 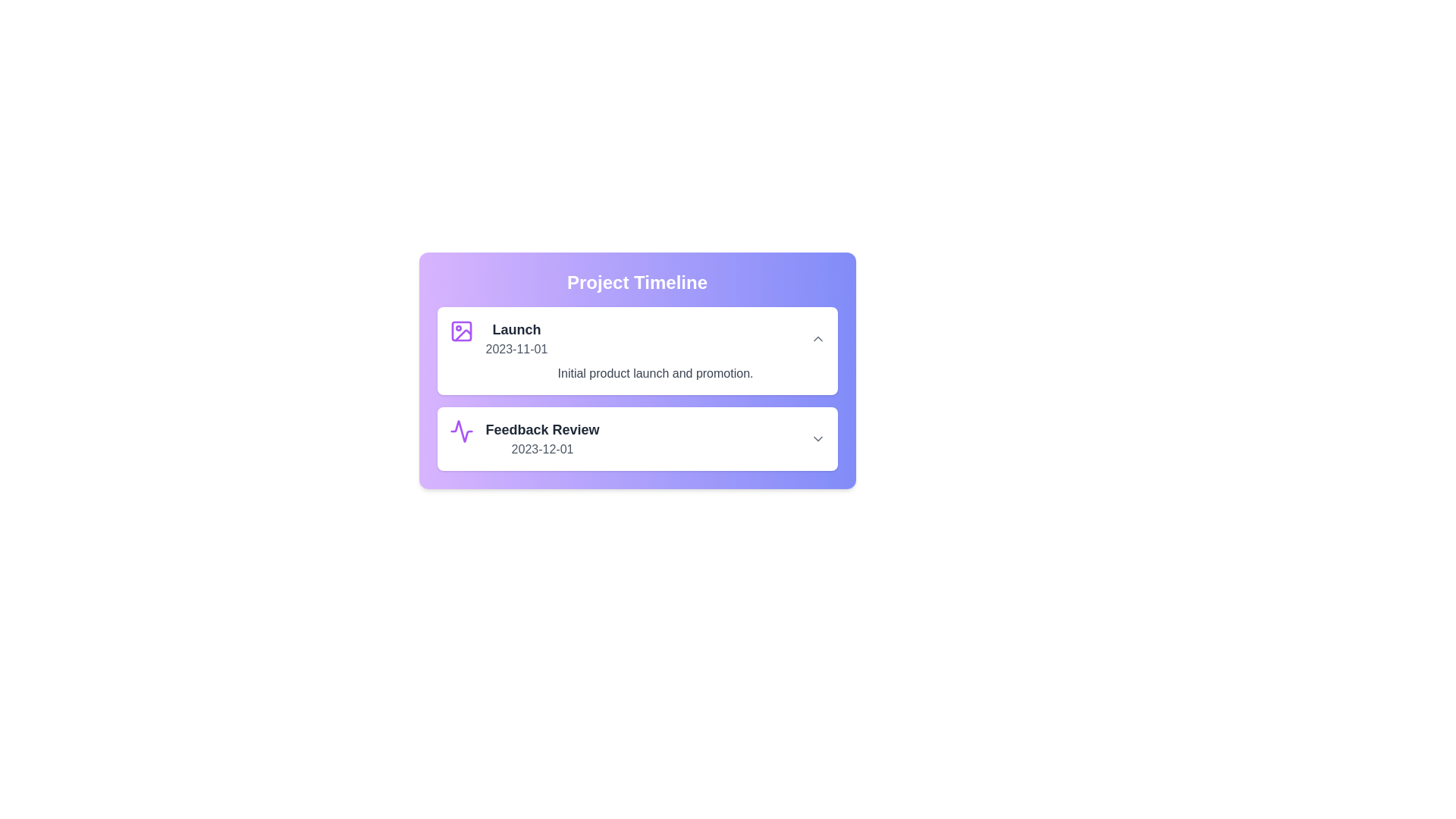 I want to click on text content displayed in the text label located directly below the 'Launch' text within the 'Project Timeline' section, so click(x=516, y=350).